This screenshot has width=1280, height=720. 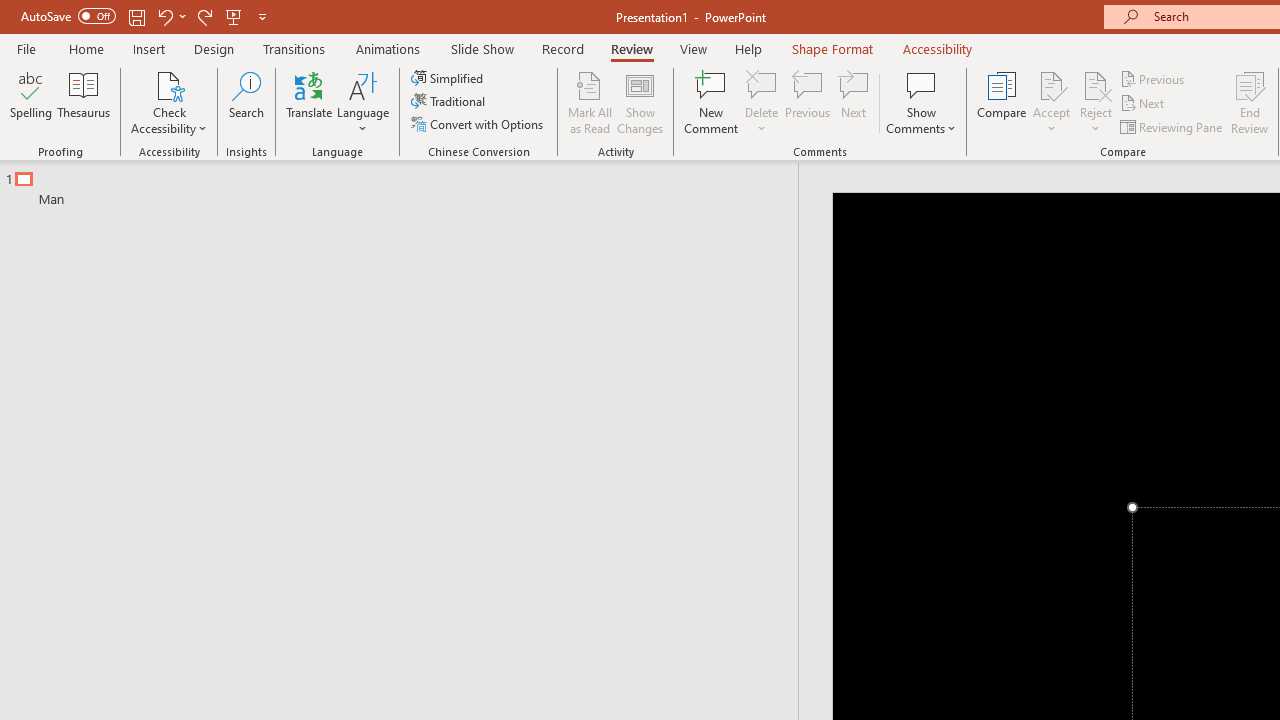 What do you see at coordinates (1050, 103) in the screenshot?
I see `'Accept'` at bounding box center [1050, 103].